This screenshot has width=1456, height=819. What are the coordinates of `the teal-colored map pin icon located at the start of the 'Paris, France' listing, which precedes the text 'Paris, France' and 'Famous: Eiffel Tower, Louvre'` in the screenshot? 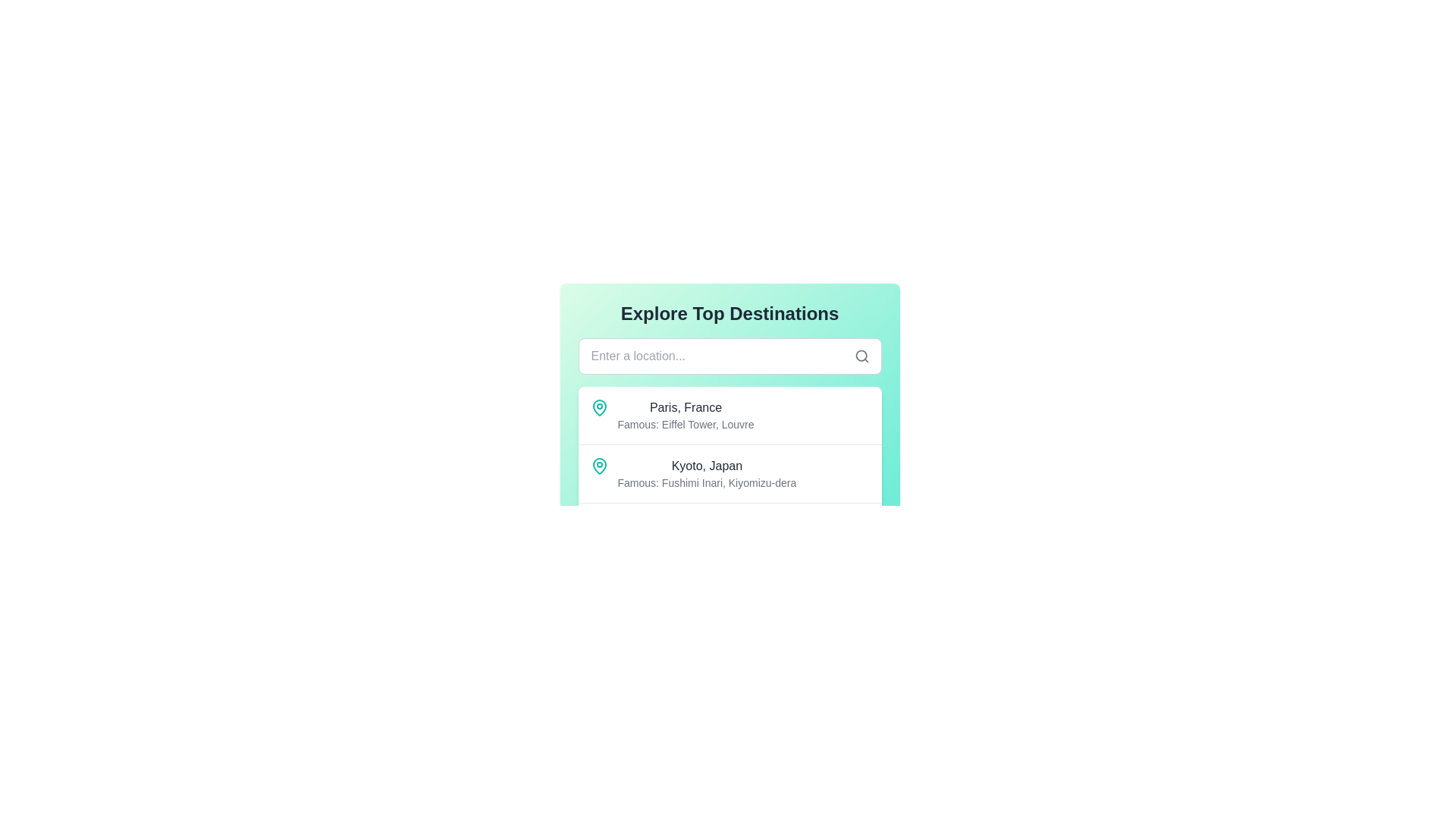 It's located at (598, 406).